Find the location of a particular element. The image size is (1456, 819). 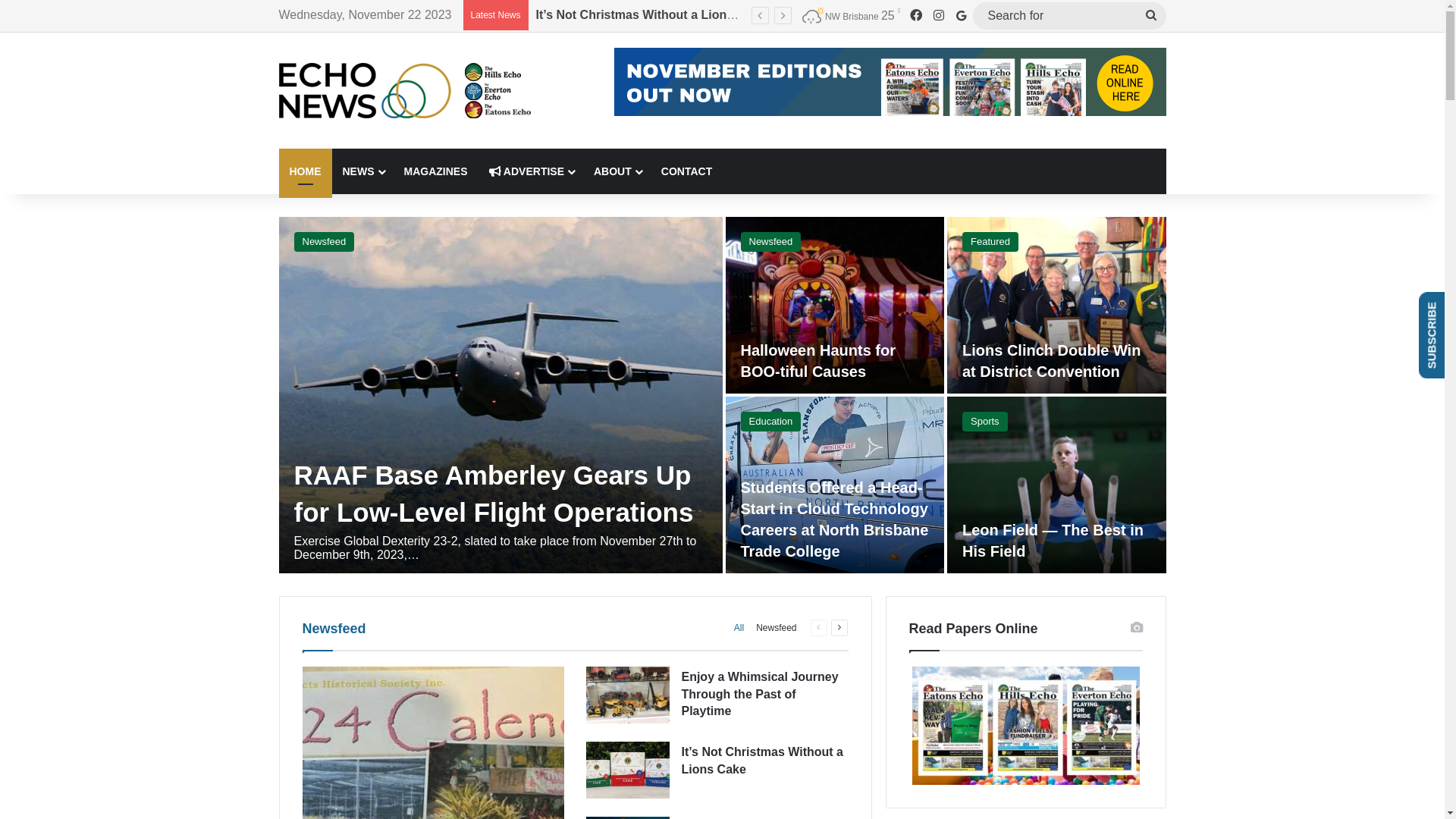

'Search for' is located at coordinates (1068, 15).